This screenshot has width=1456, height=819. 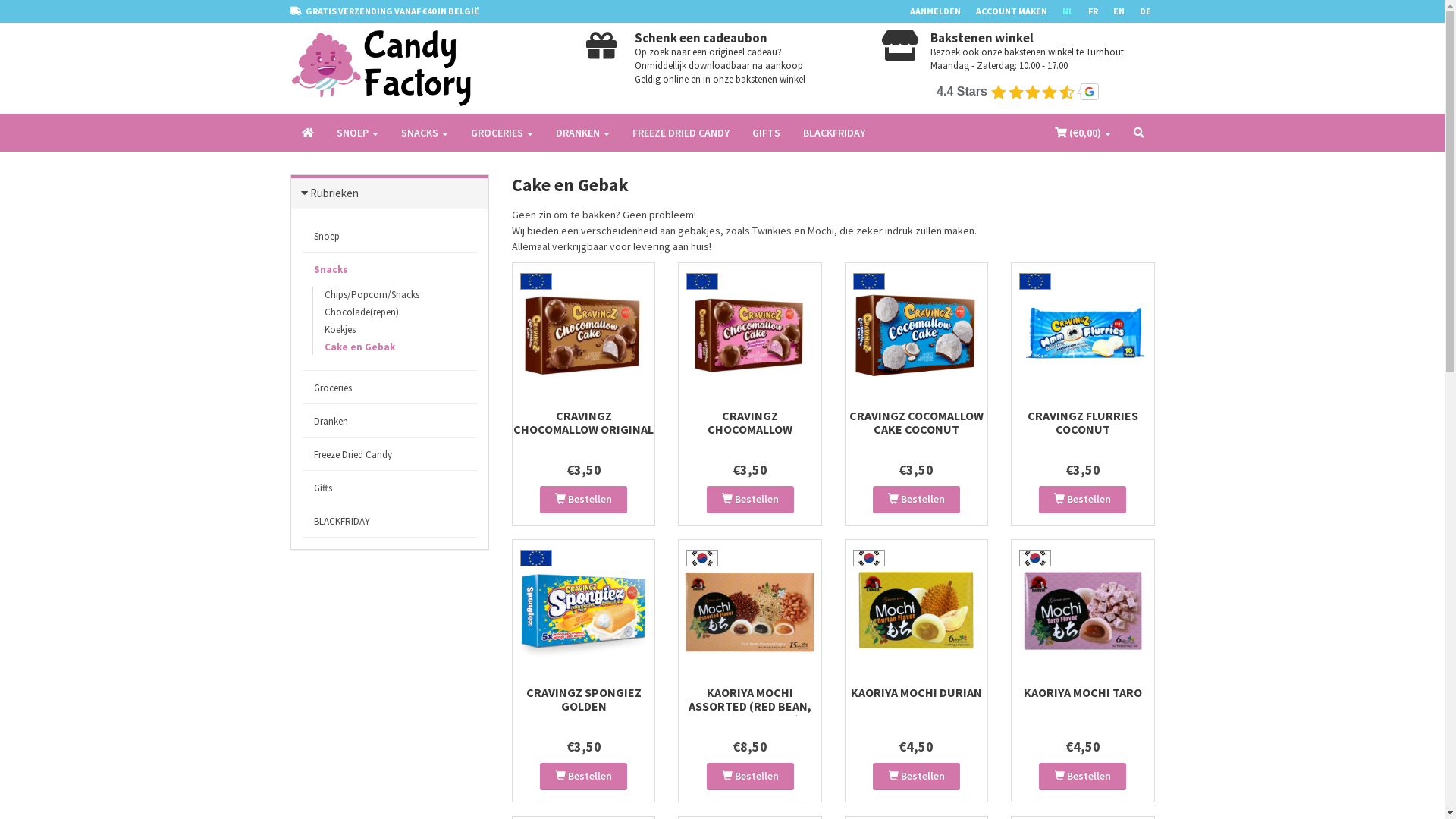 I want to click on 'FR', so click(x=1100, y=11).